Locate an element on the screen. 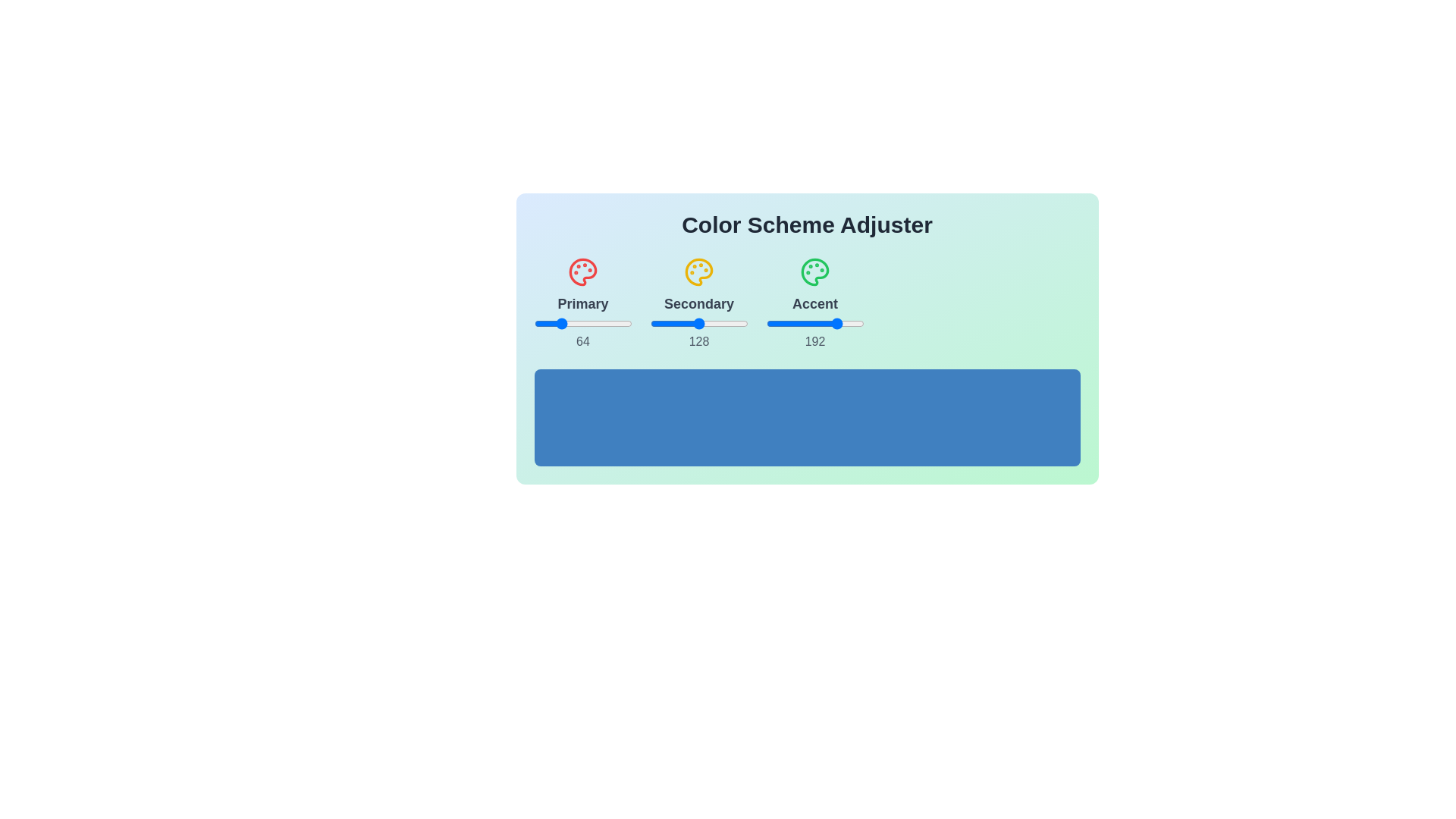  the Accent slider to 143 within its range is located at coordinates (820, 323).